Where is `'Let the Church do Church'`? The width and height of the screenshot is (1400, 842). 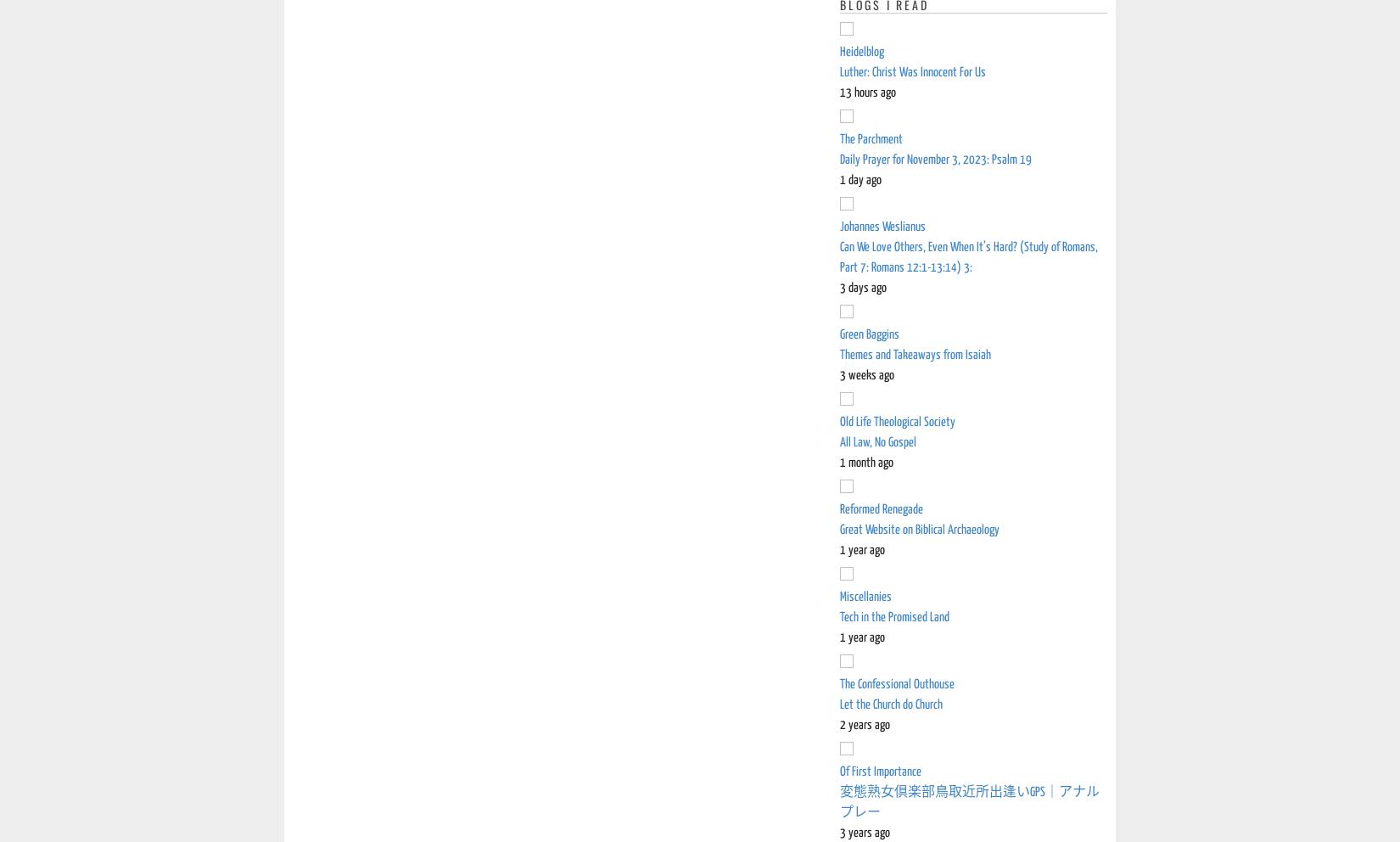 'Let the Church do Church' is located at coordinates (891, 704).